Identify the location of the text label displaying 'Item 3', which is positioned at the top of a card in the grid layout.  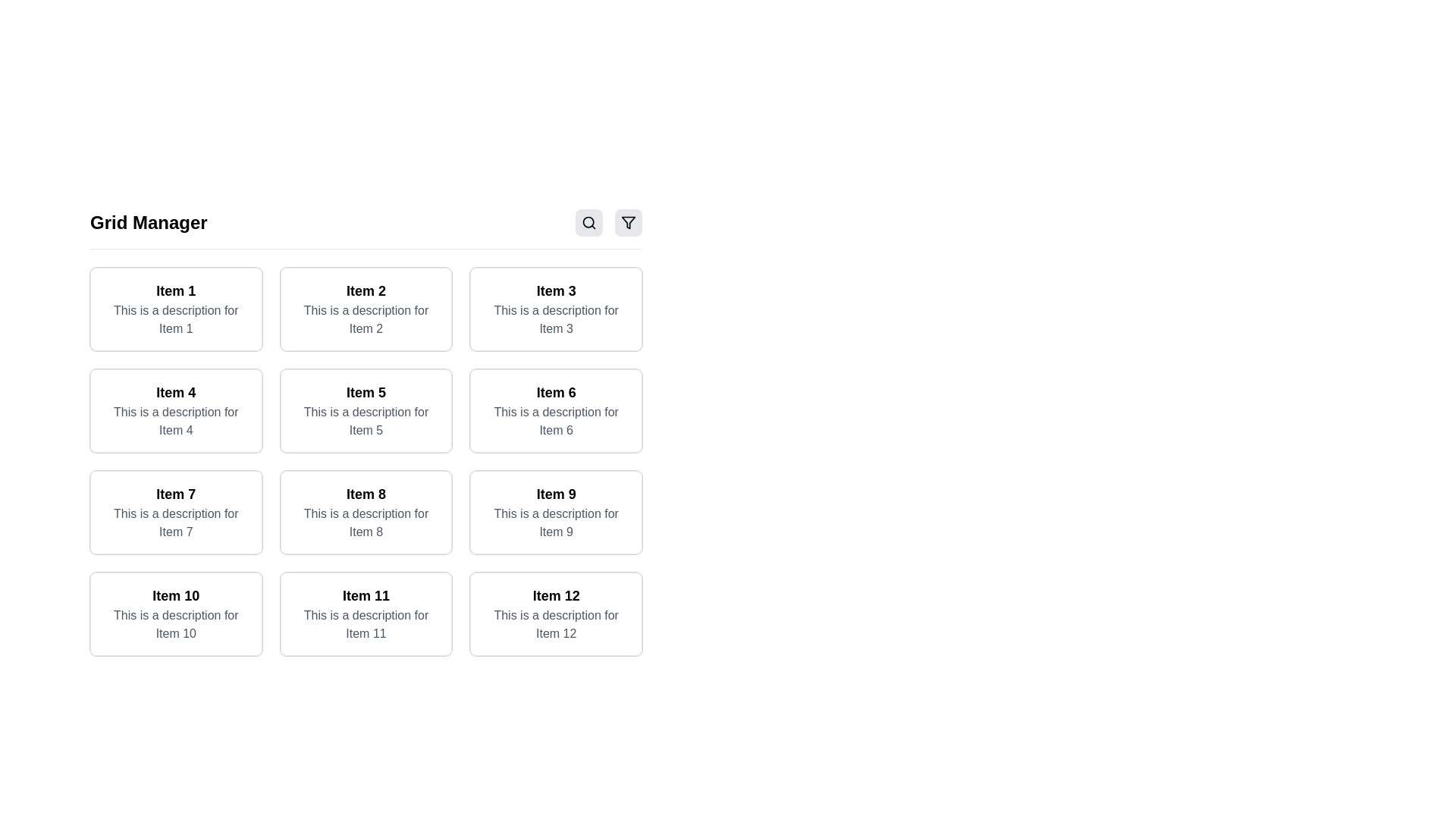
(555, 291).